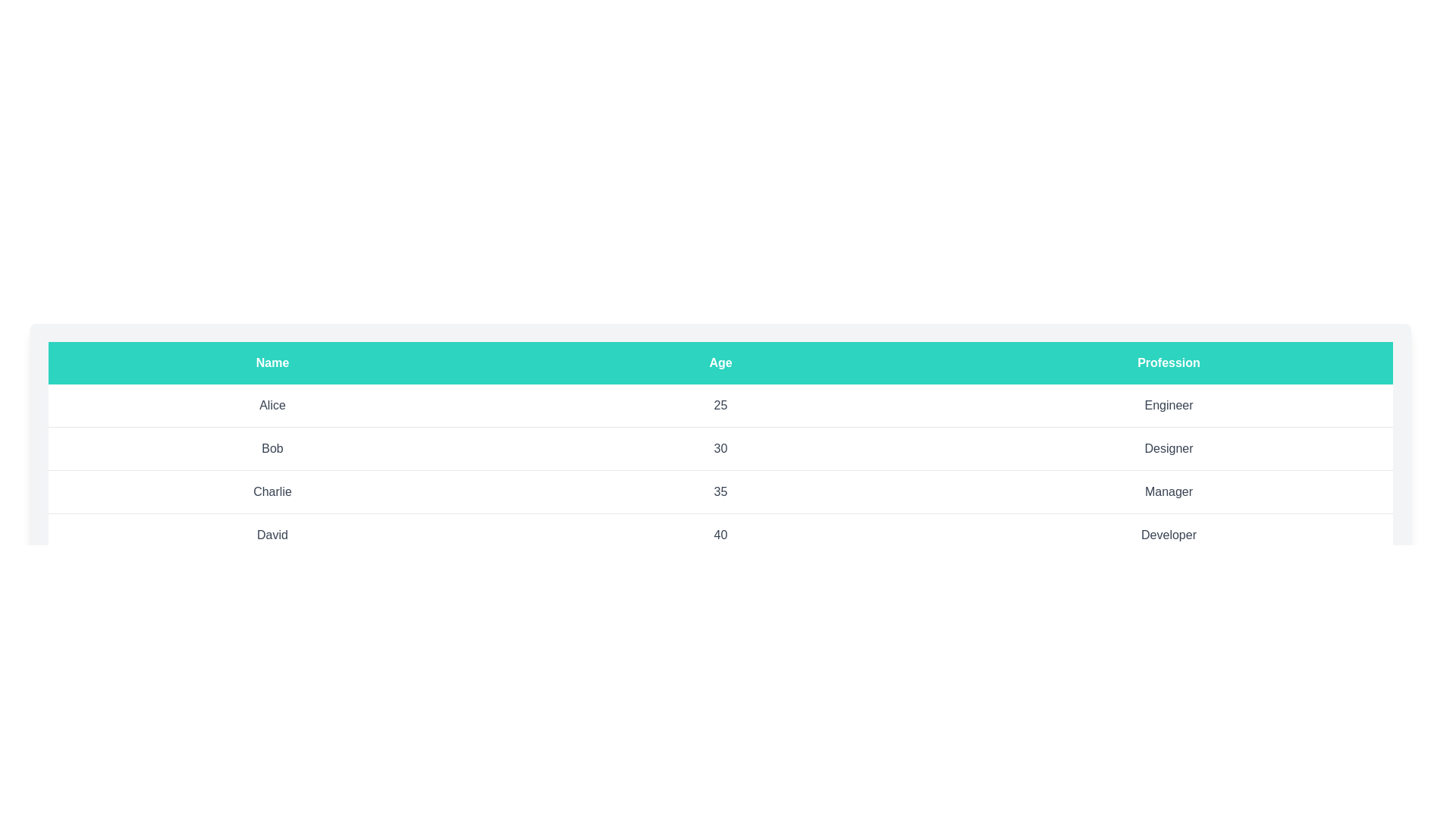 The width and height of the screenshot is (1456, 819). What do you see at coordinates (720, 447) in the screenshot?
I see `text label representing the age of the individual named Bob, located in the second row of the table under the 'Age' column` at bounding box center [720, 447].